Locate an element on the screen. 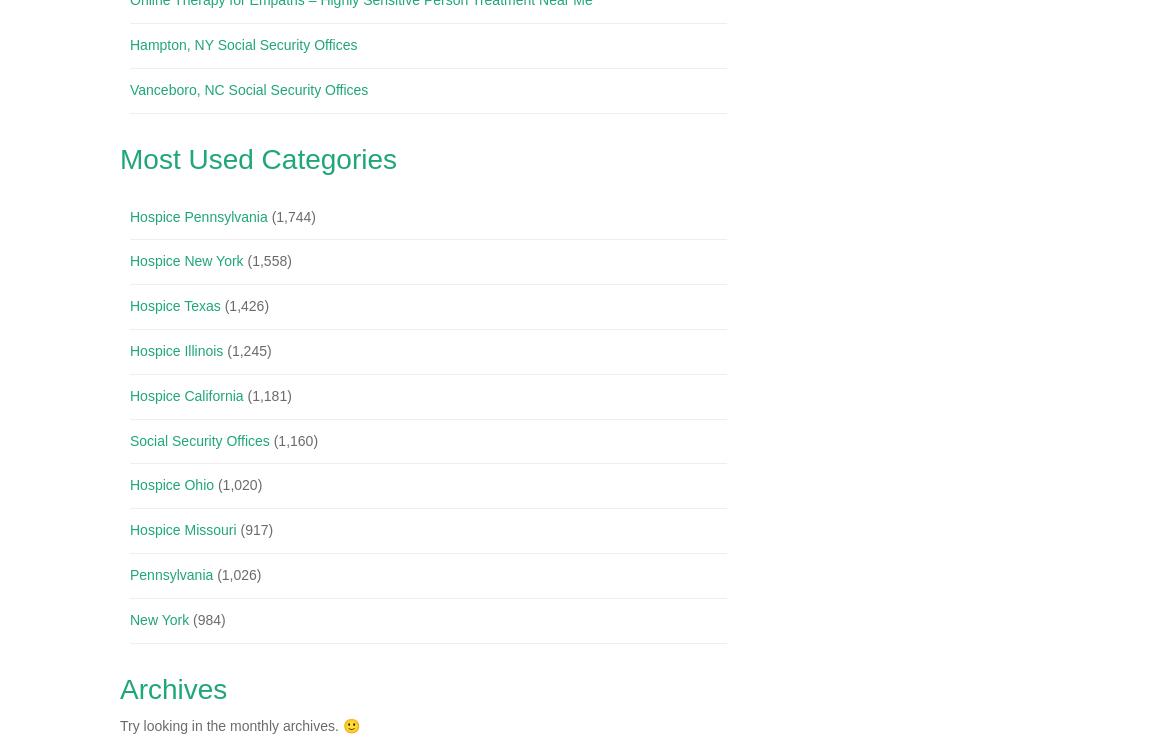 This screenshot has width=1150, height=748. 'Hampton, NY Social Security Offices' is located at coordinates (242, 45).